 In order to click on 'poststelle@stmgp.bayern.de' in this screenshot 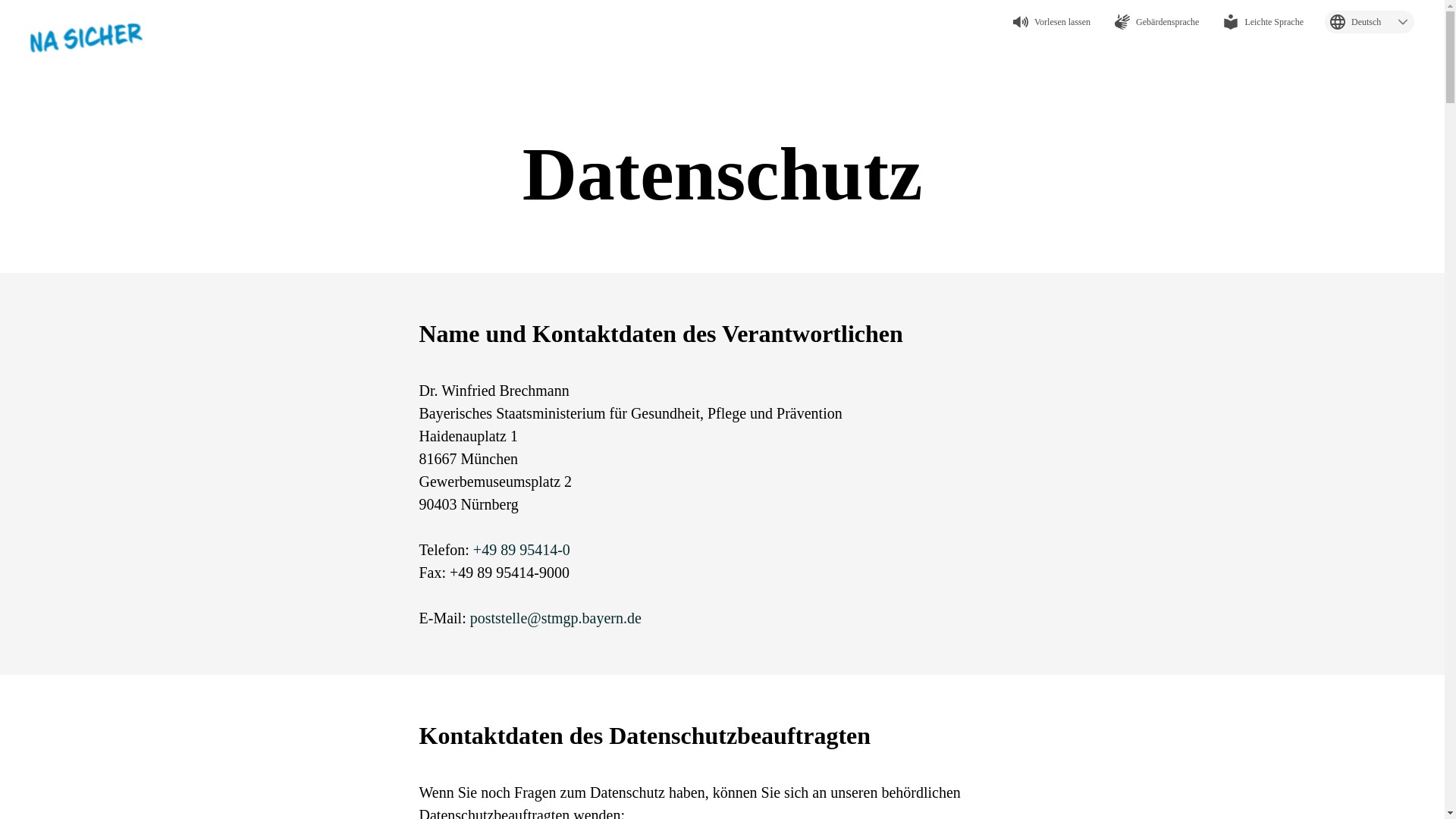, I will do `click(555, 617)`.